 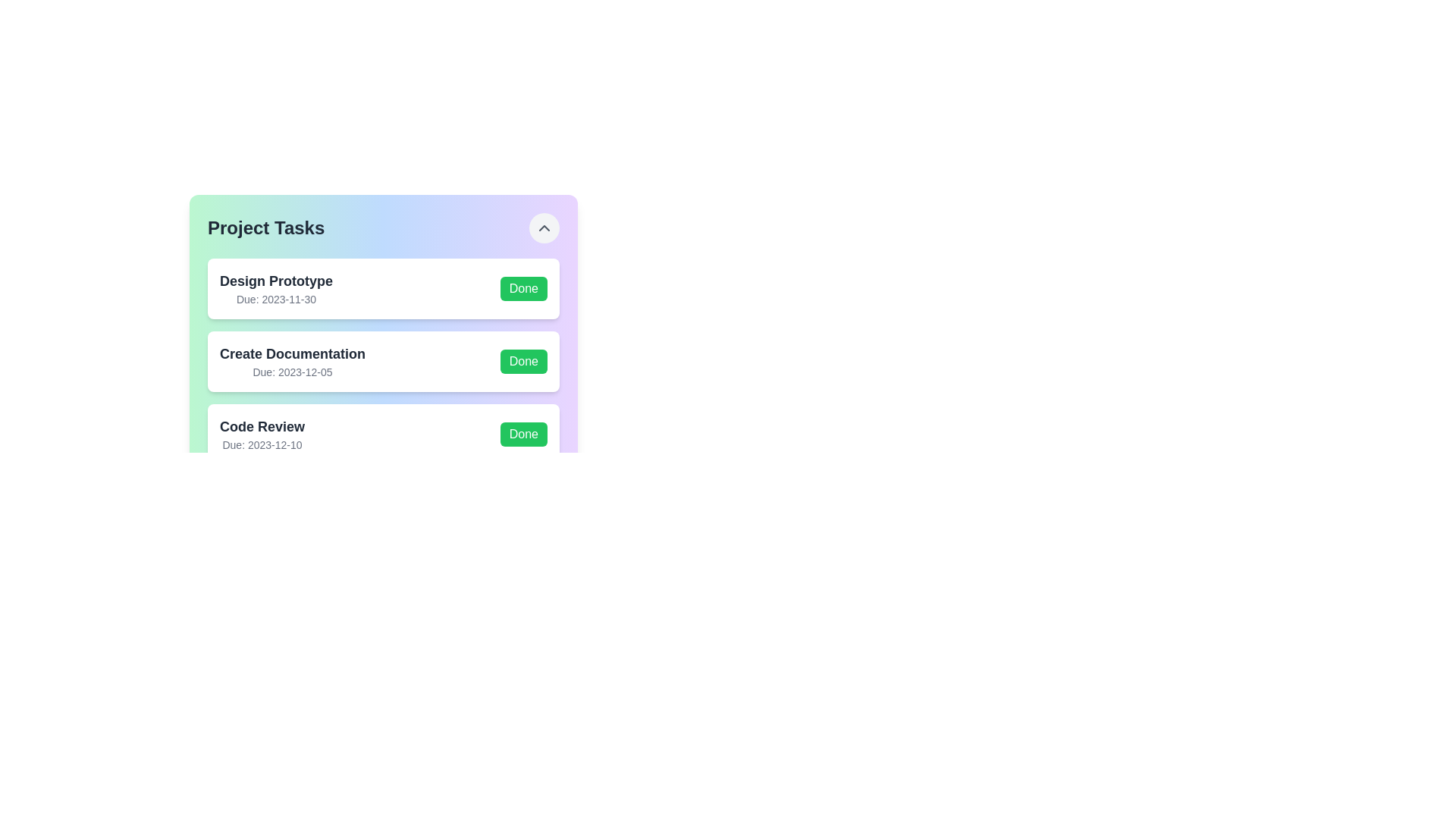 I want to click on 'Done' button for the task 'Create Documentation', so click(x=523, y=362).